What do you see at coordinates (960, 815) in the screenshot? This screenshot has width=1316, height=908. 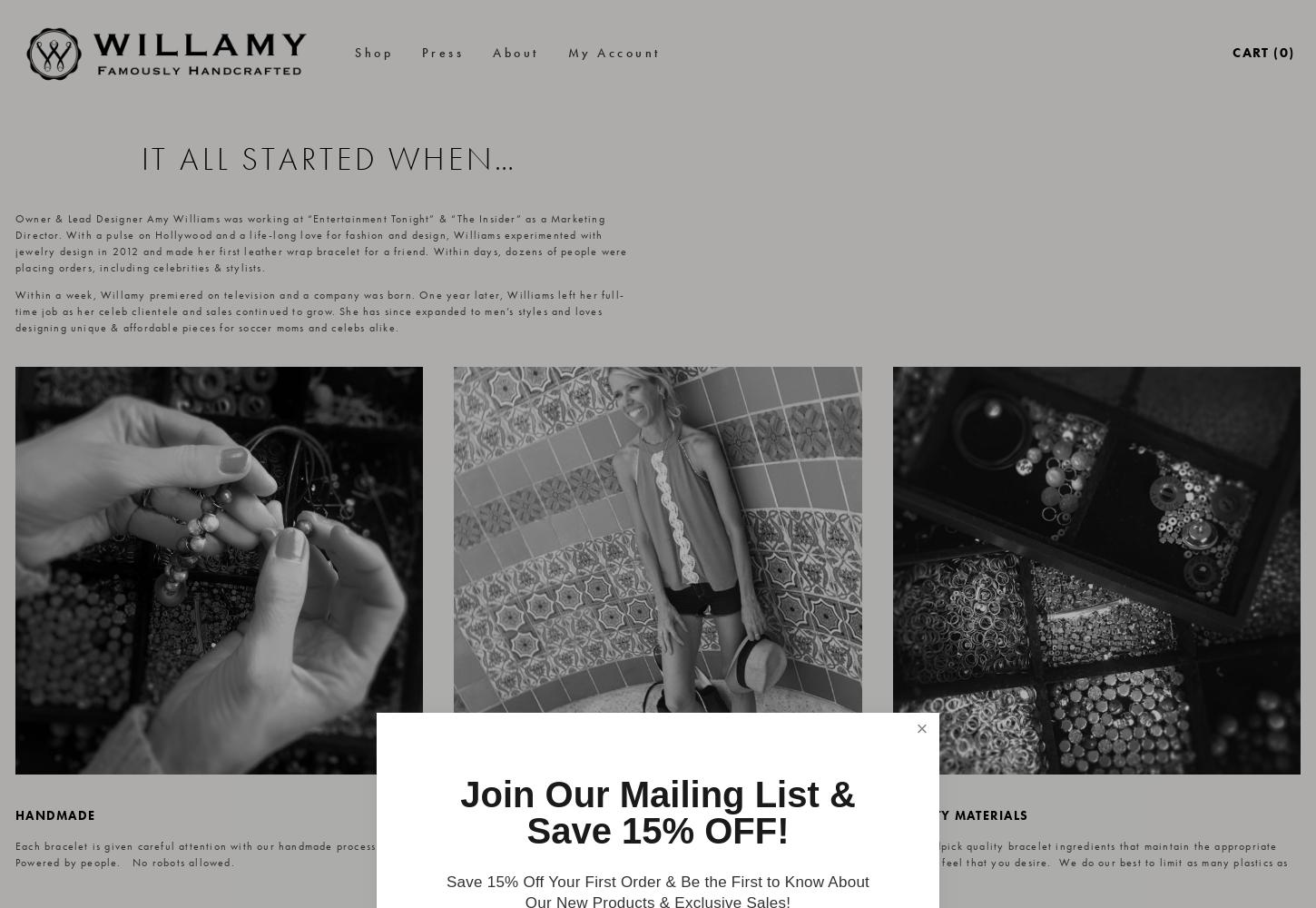 I see `'quality materials'` at bounding box center [960, 815].